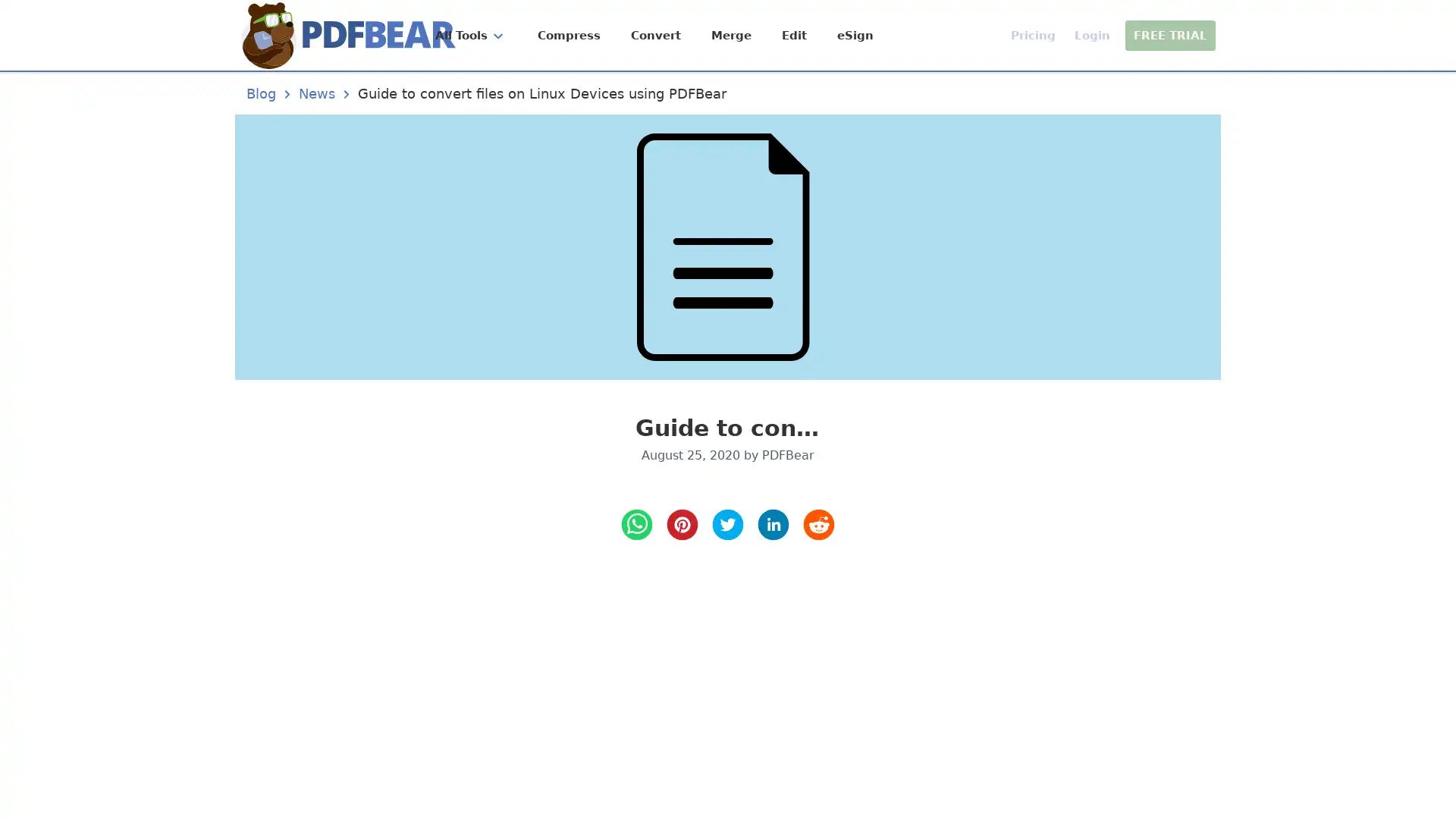 The height and width of the screenshot is (819, 1456). Describe the element at coordinates (347, 34) in the screenshot. I see `Home Page` at that location.